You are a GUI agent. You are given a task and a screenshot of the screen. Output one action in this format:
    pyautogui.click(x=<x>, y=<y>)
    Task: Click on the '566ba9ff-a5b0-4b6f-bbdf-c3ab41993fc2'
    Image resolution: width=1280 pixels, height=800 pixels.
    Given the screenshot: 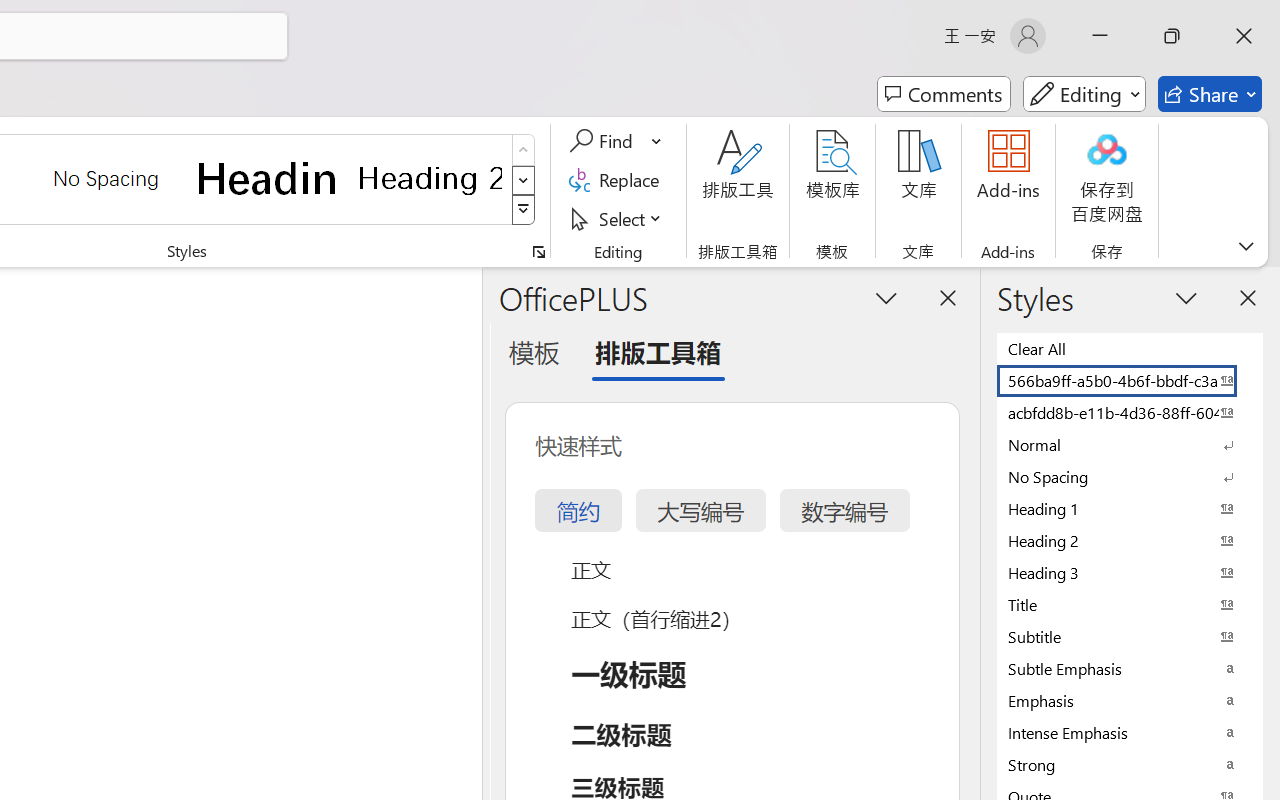 What is the action you would take?
    pyautogui.click(x=1130, y=379)
    